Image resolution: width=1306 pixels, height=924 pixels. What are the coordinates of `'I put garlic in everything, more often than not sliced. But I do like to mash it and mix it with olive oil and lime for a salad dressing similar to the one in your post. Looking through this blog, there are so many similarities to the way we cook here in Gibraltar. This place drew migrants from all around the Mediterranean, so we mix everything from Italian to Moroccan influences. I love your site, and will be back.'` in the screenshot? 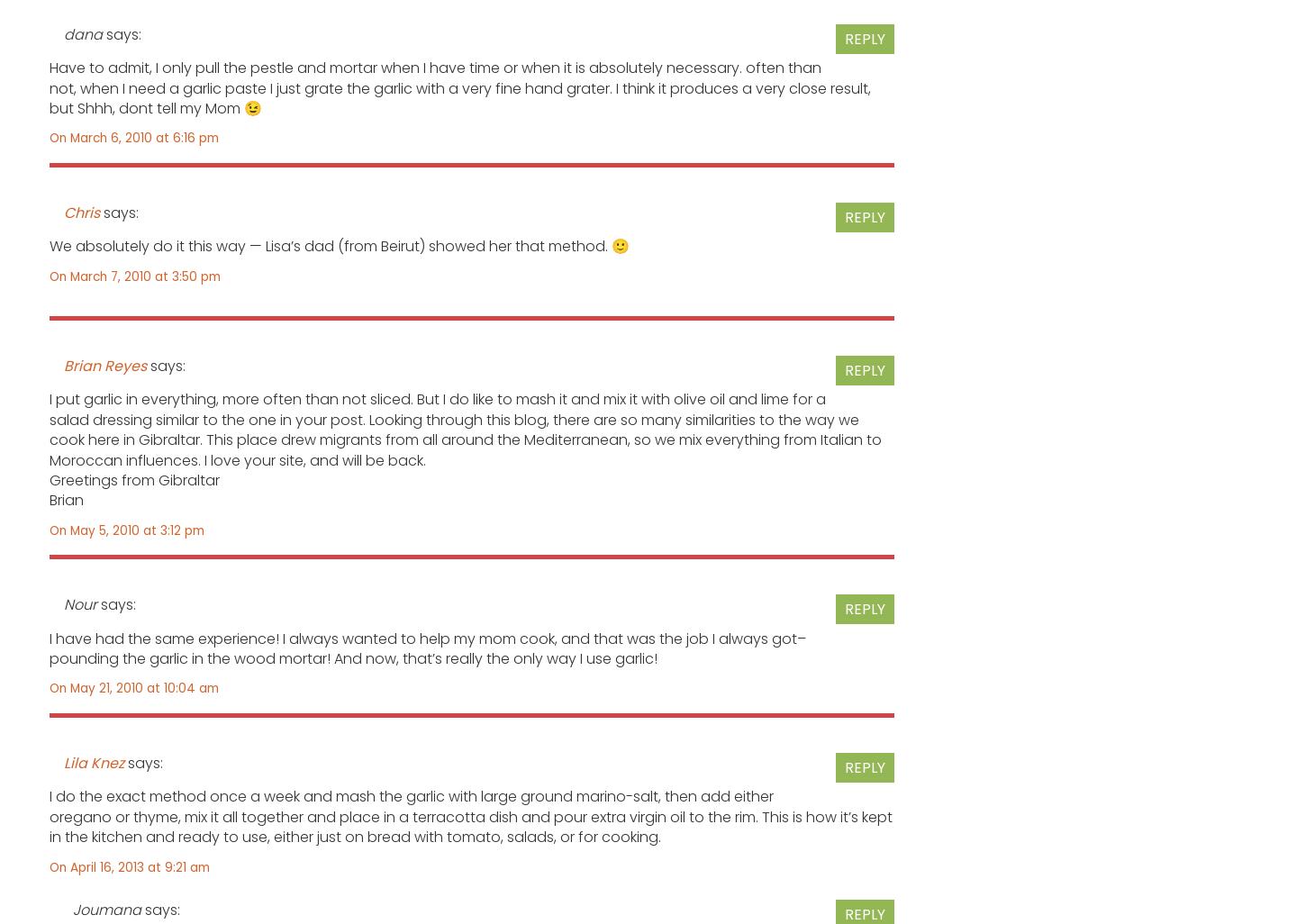 It's located at (49, 428).